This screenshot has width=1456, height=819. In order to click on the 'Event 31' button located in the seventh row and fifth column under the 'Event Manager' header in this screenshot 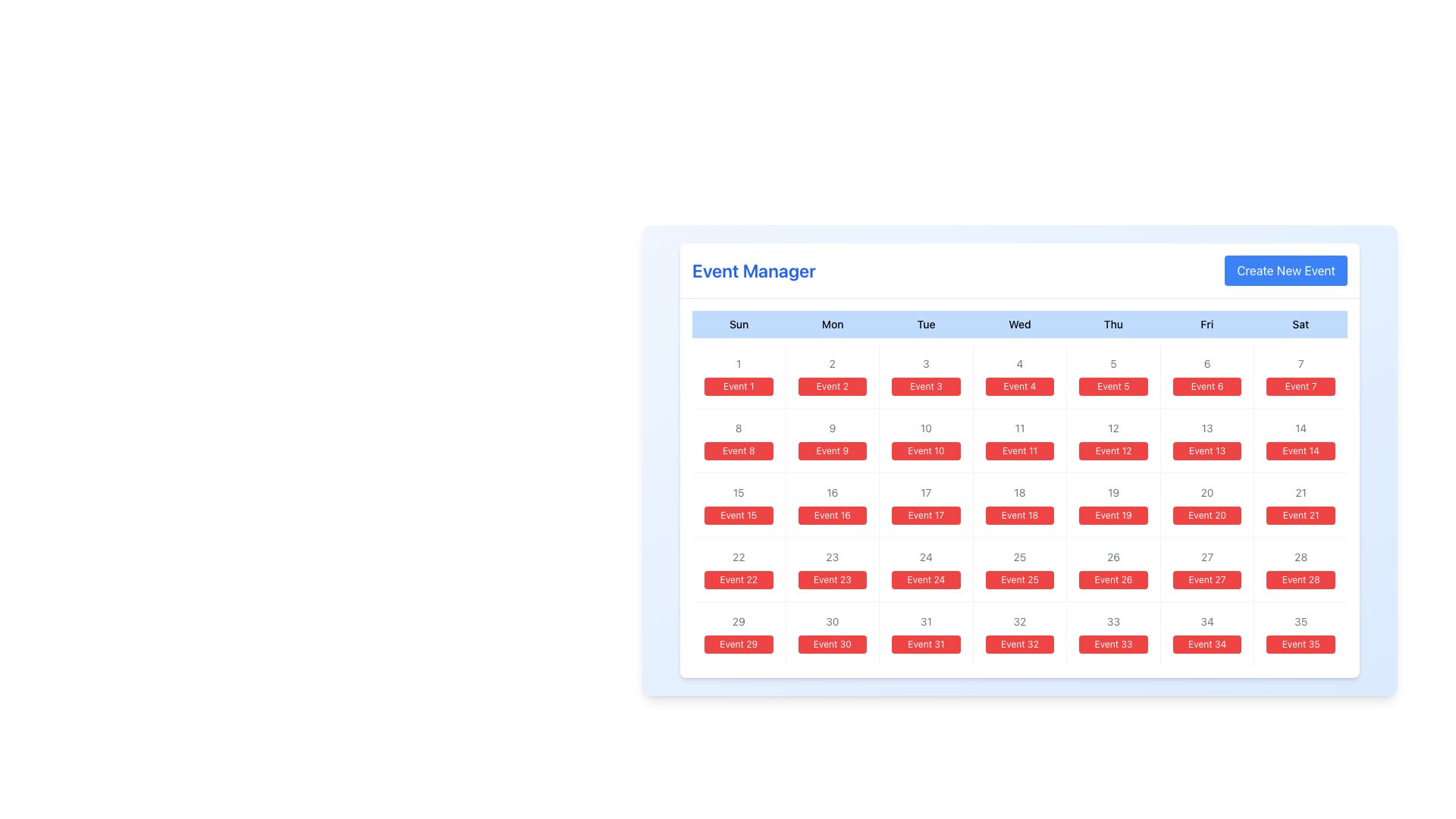, I will do `click(925, 644)`.